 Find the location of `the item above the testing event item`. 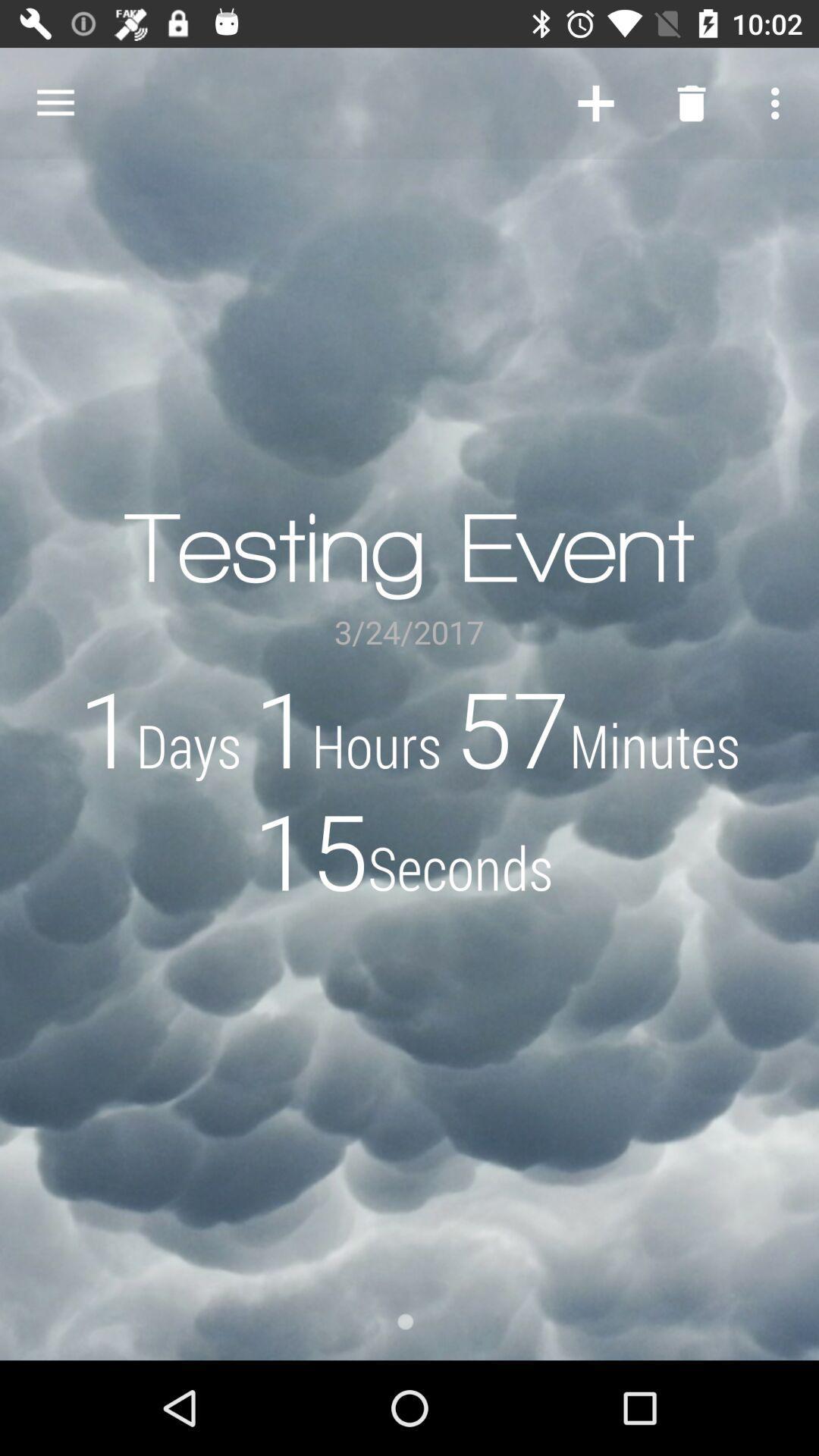

the item above the testing event item is located at coordinates (595, 102).